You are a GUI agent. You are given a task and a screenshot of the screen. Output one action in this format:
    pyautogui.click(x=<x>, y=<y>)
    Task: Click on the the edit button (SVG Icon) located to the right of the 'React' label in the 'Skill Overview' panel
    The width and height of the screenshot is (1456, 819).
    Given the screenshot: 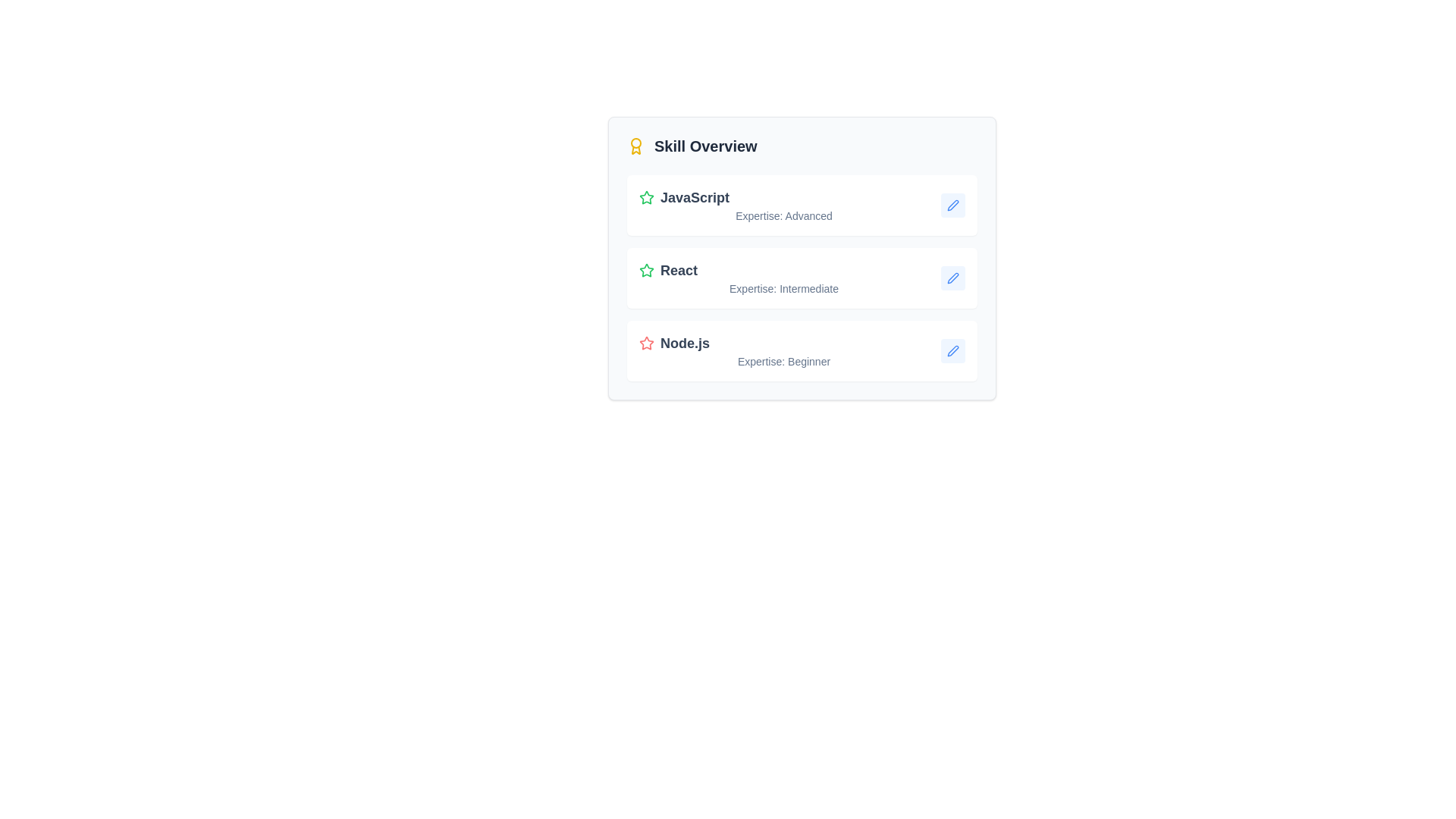 What is the action you would take?
    pyautogui.click(x=952, y=278)
    